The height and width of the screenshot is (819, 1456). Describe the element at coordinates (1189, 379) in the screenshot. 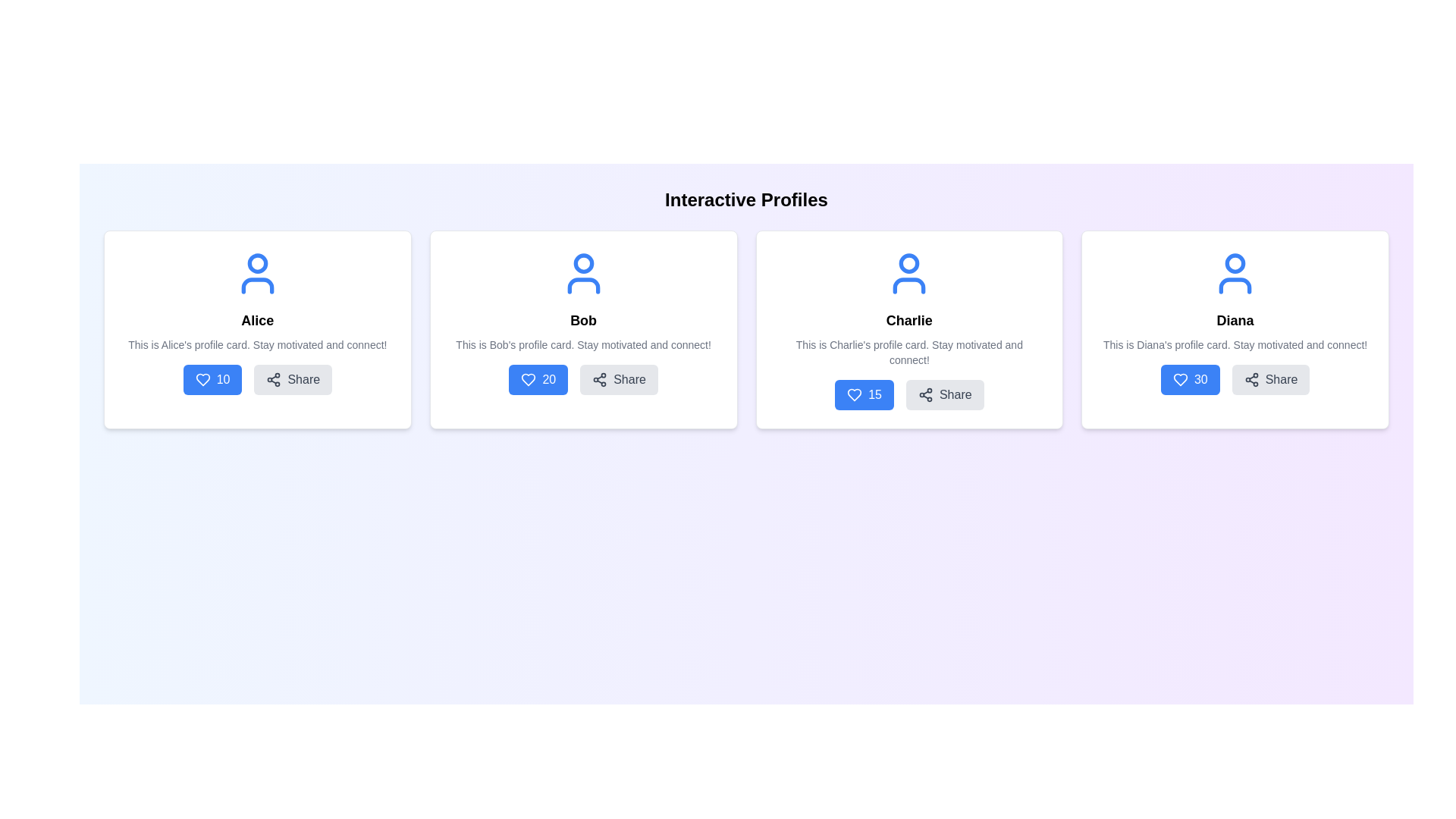

I see `the 'like' button for Diana's profile, which is the leftmost button in a group located beneath her profile card, to increment the like count` at that location.